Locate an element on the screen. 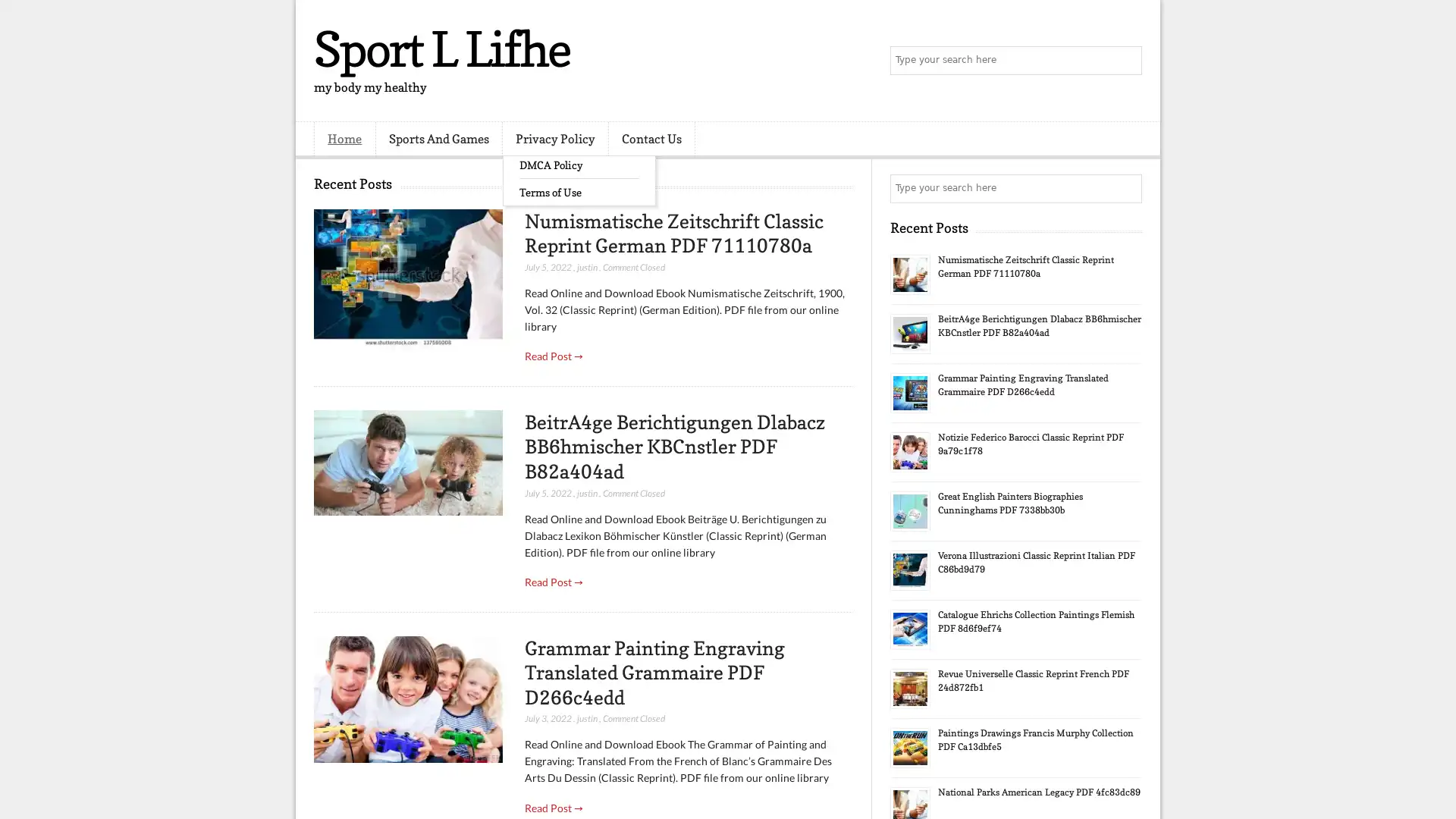 This screenshot has height=819, width=1456. Search is located at coordinates (1126, 188).